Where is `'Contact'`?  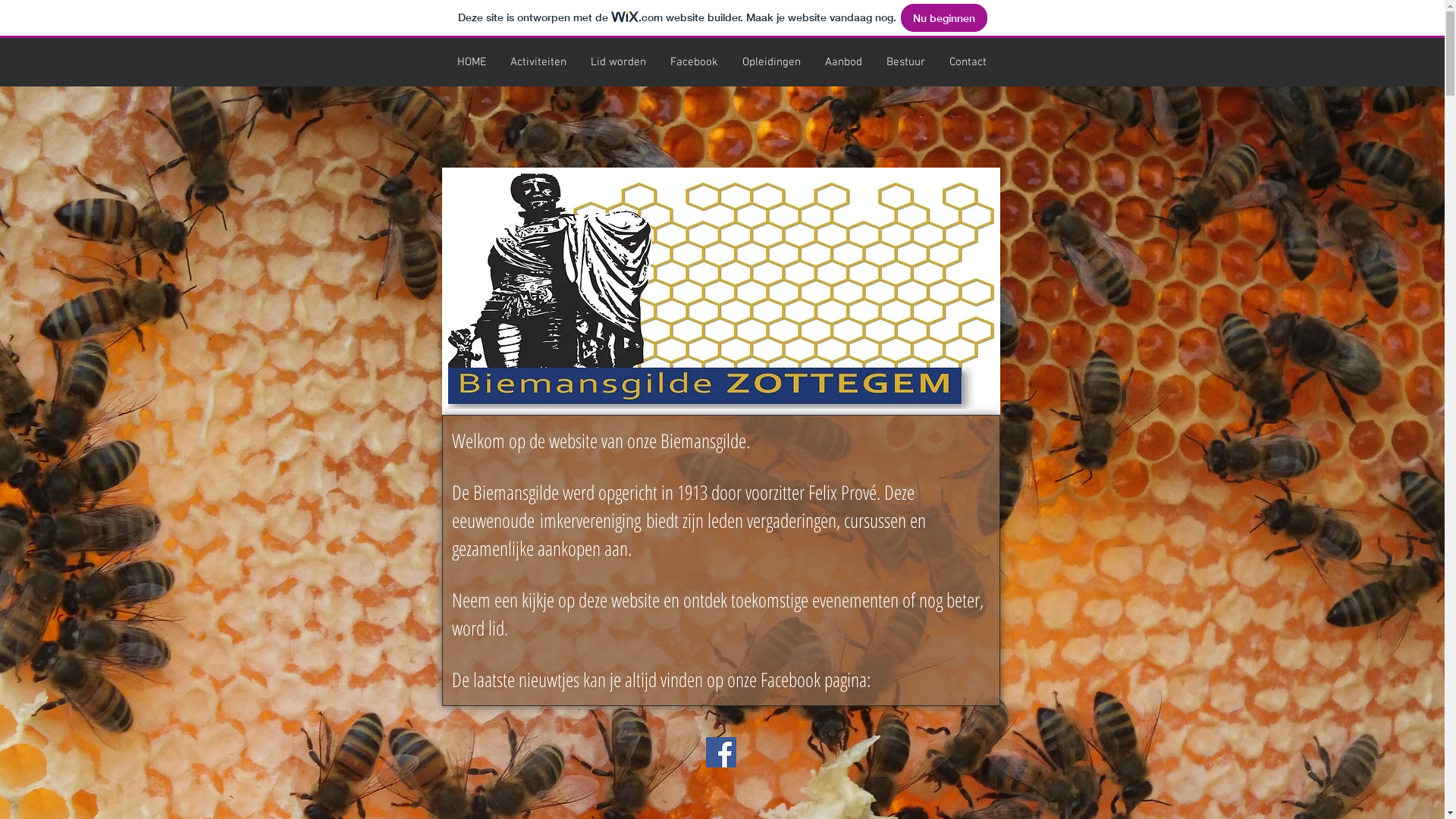
'Contact' is located at coordinates (967, 61).